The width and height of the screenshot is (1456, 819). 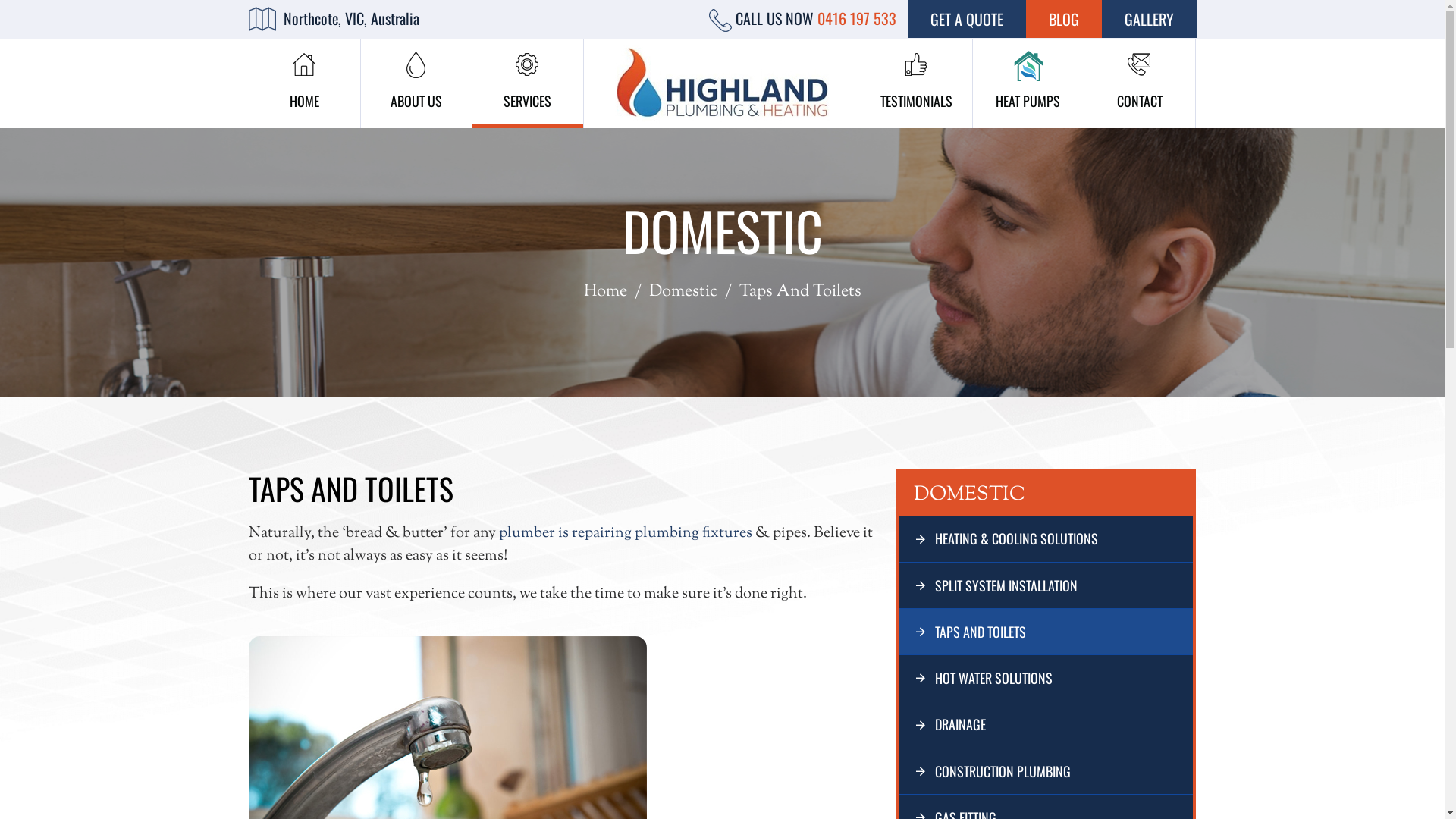 I want to click on 'GALLERY', so click(x=1148, y=18).